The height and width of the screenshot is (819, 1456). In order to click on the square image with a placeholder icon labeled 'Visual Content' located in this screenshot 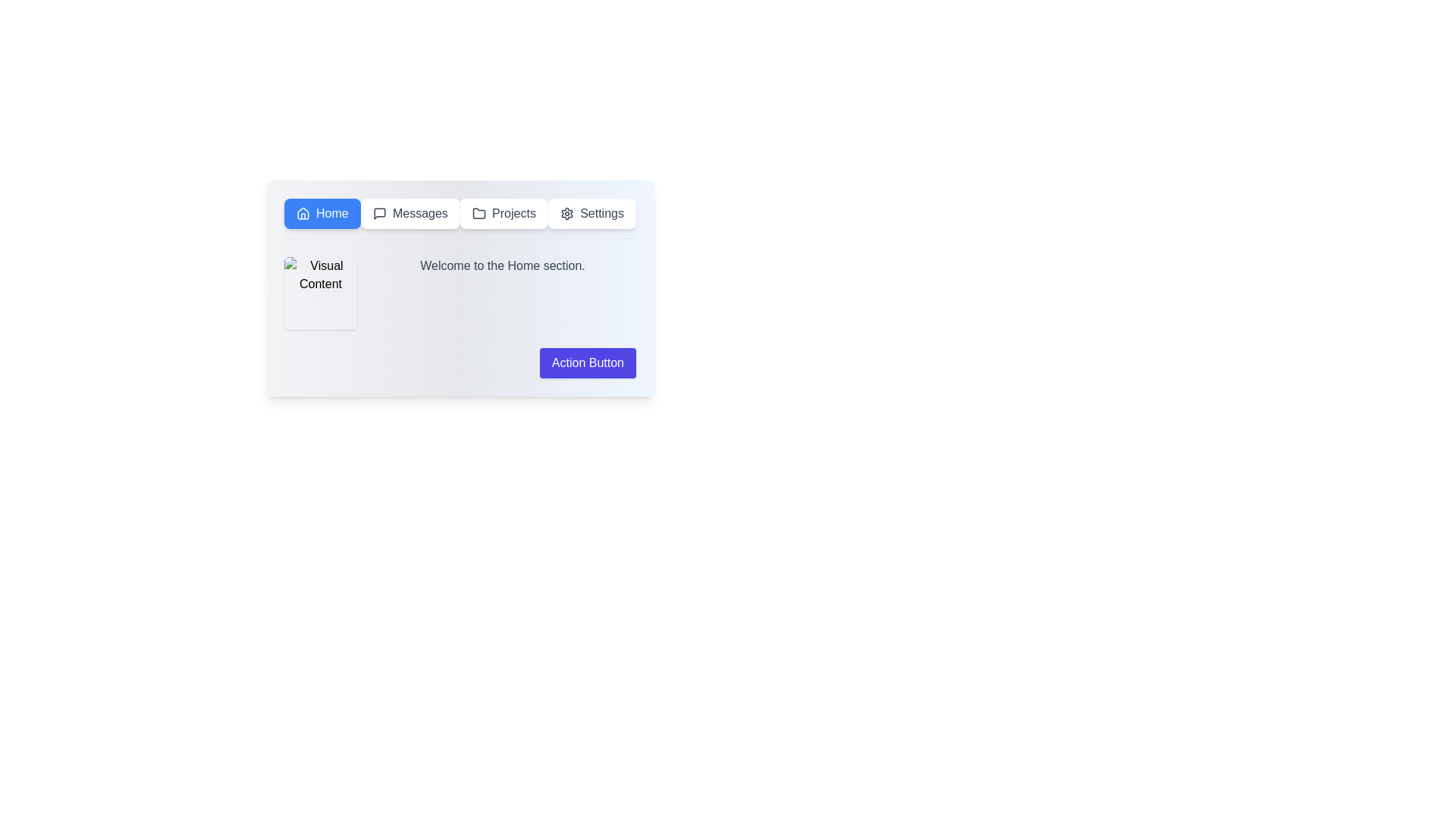, I will do `click(319, 293)`.